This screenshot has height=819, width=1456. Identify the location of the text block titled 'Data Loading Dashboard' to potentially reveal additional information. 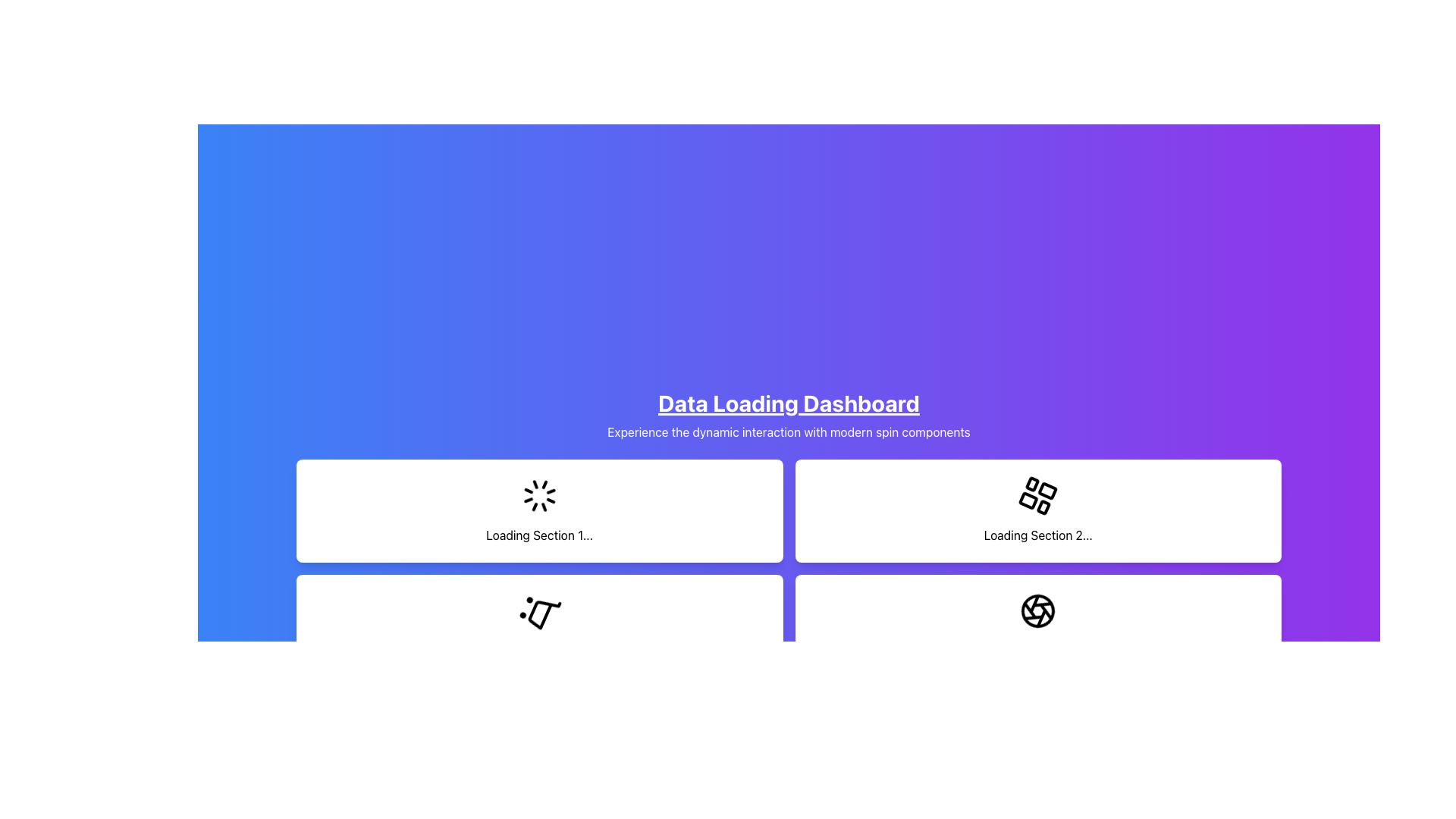
(789, 415).